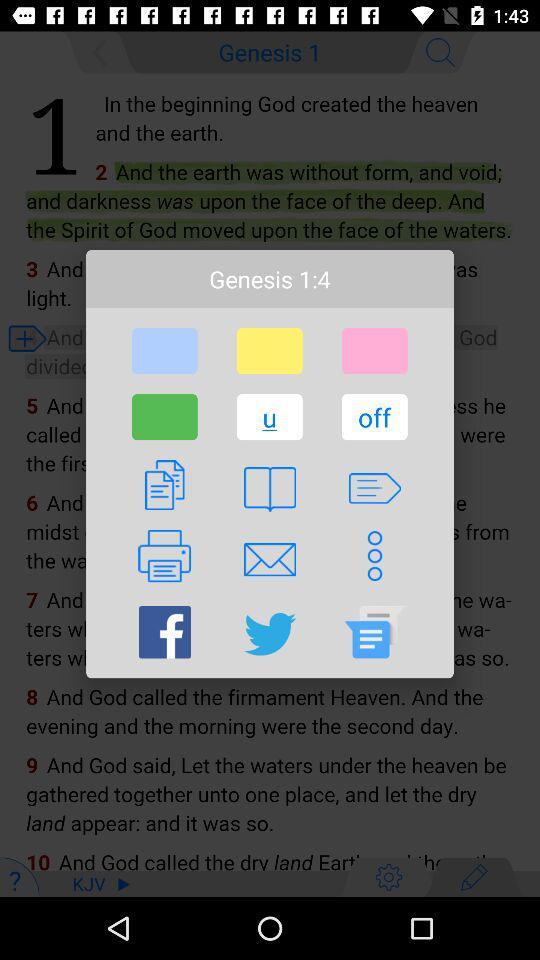 This screenshot has width=540, height=960. What do you see at coordinates (374, 487) in the screenshot?
I see `the icon below off icon` at bounding box center [374, 487].